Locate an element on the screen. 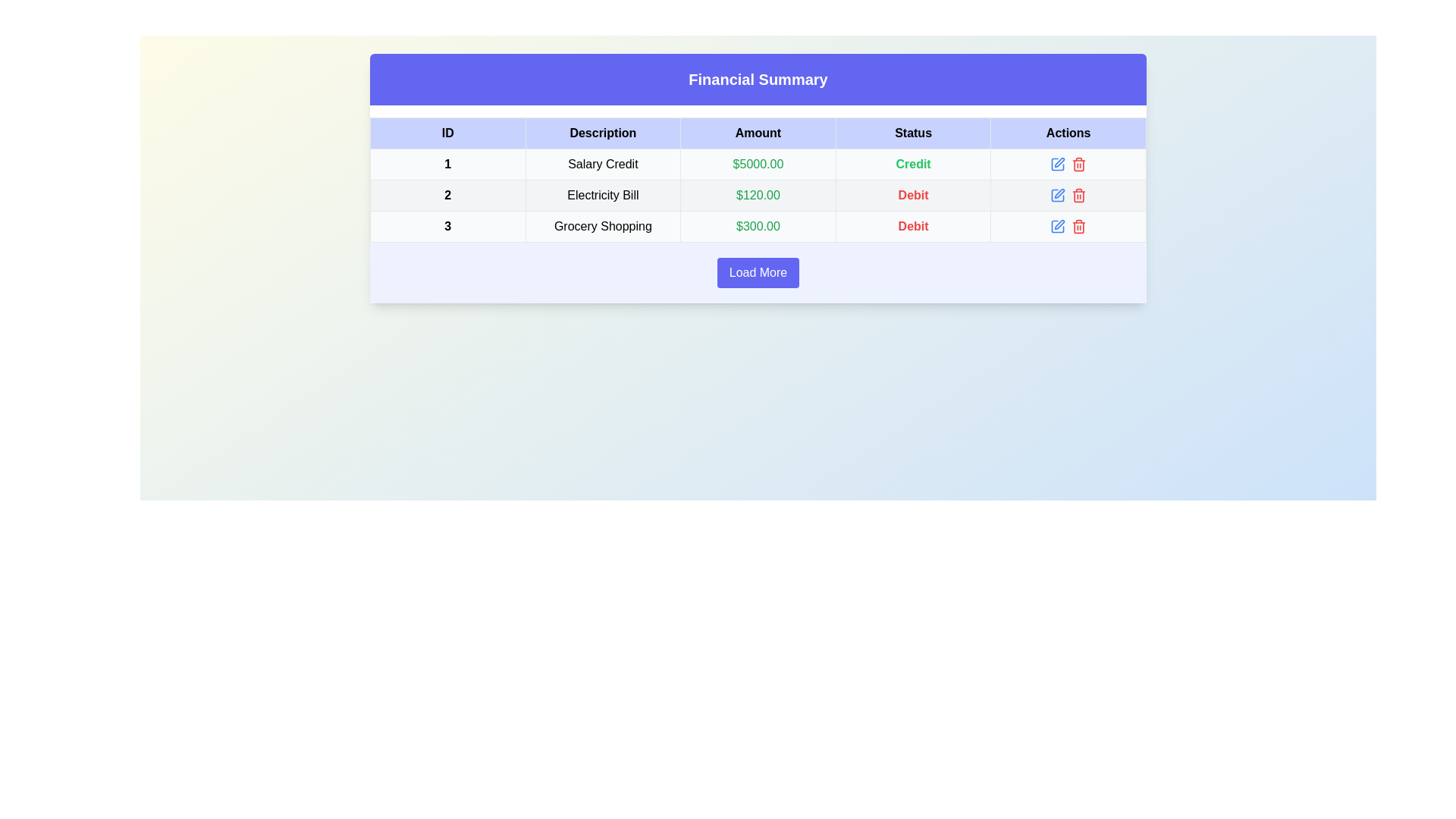 The height and width of the screenshot is (819, 1456). the edit tool icon located in the 'Actions' column of the table for the 'Salary Credit' entry to initiate editing is located at coordinates (1059, 162).